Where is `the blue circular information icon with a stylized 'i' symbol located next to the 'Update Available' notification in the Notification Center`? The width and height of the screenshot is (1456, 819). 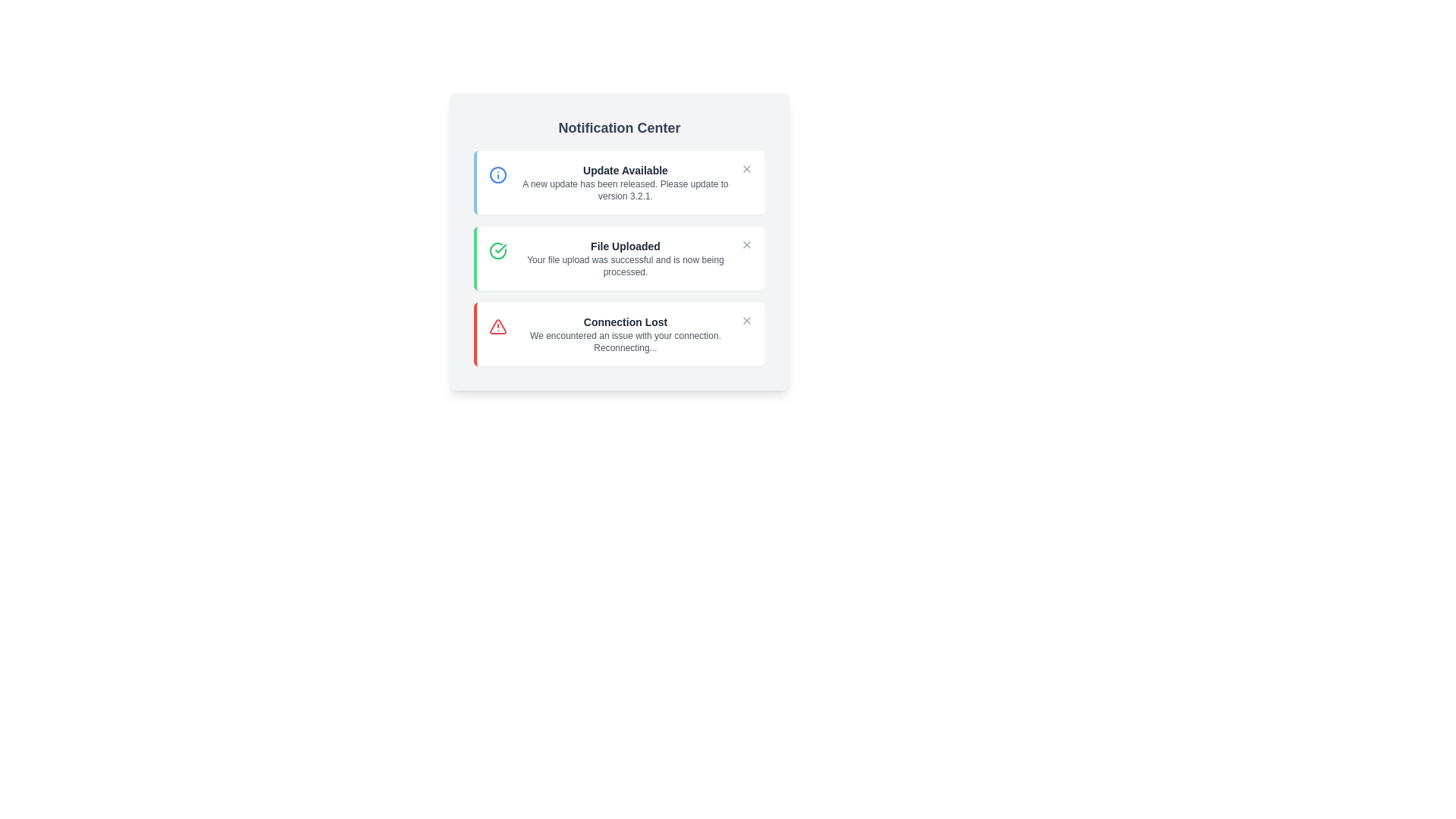 the blue circular information icon with a stylized 'i' symbol located next to the 'Update Available' notification in the Notification Center is located at coordinates (498, 174).